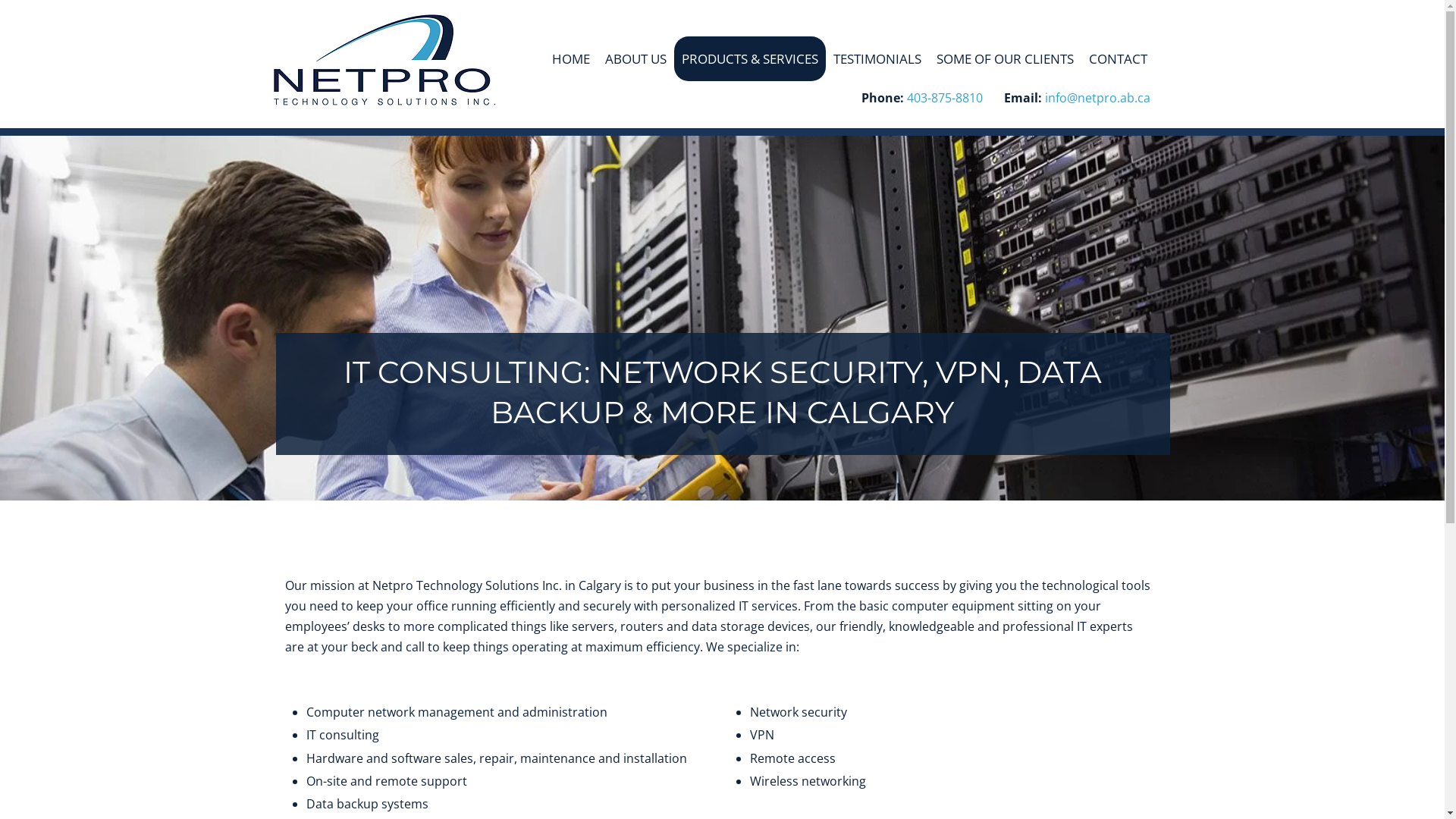 This screenshot has height=819, width=1456. Describe the element at coordinates (906, 99) in the screenshot. I see `'403-875-8810'` at that location.